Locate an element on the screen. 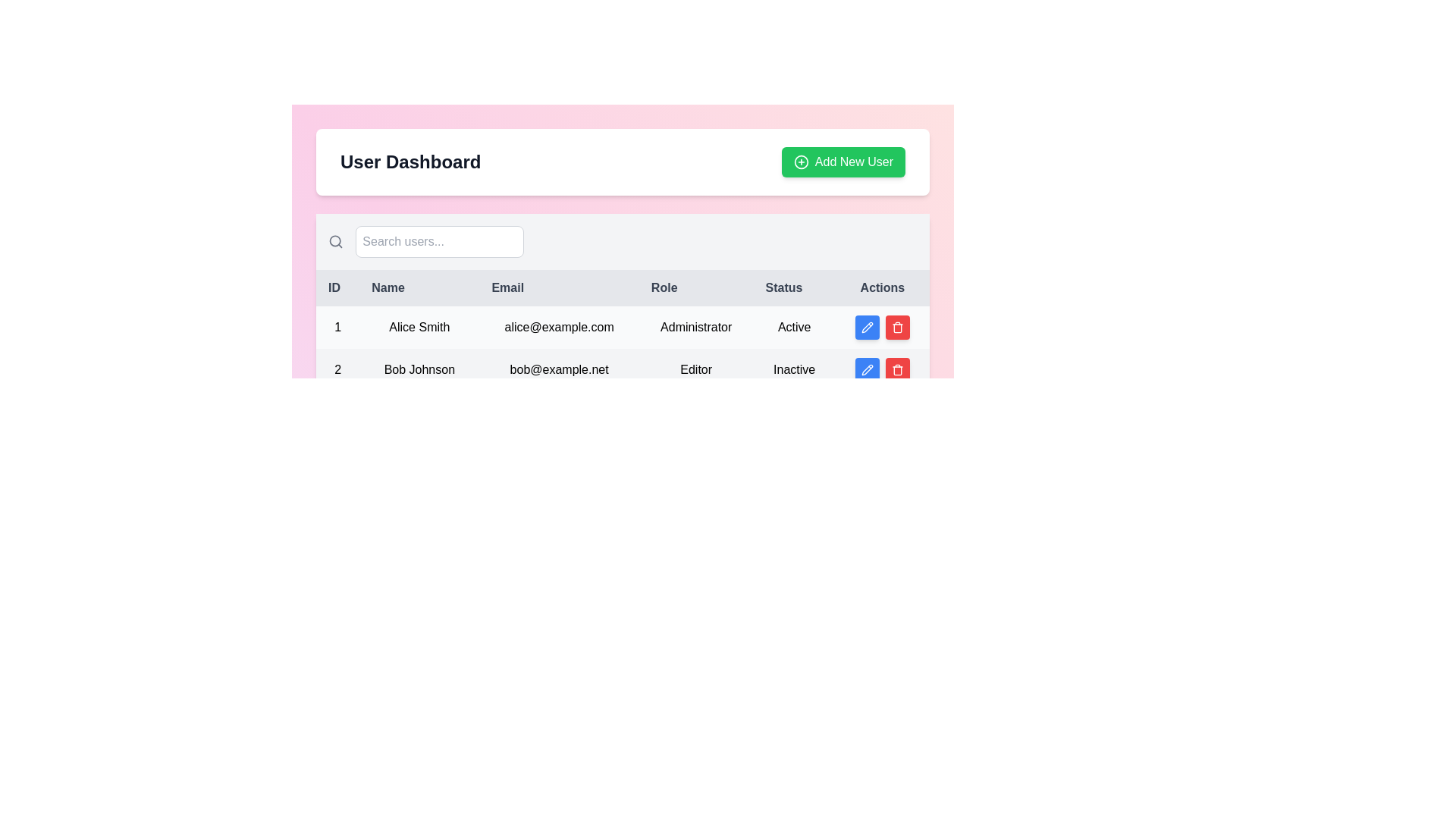  the circular region of the magnifying glass icon, which is a filled circle with a radius of 8 units located at the center of the SVG element is located at coordinates (334, 240).